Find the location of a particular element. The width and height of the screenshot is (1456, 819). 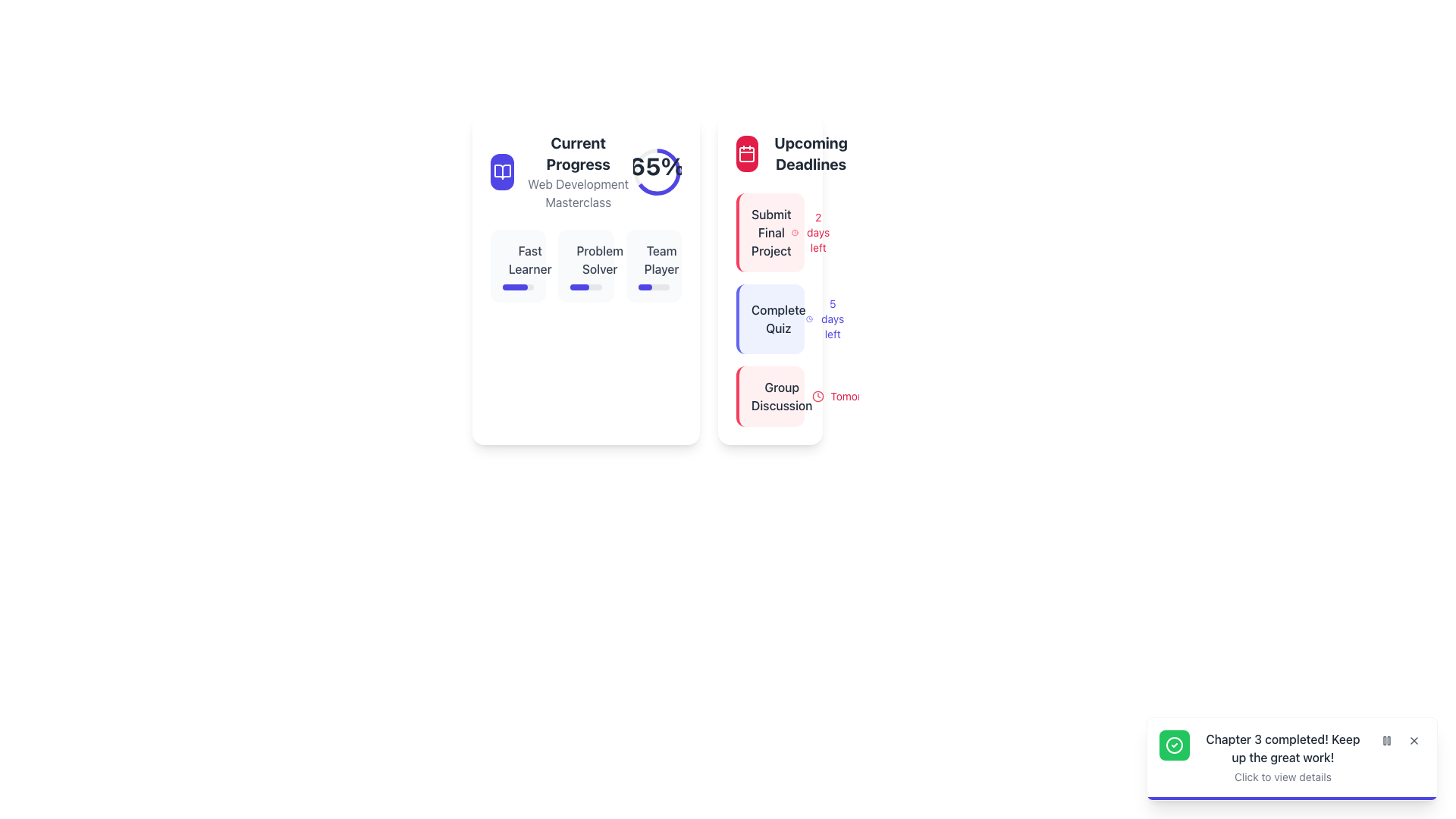

the clock icon representing time, located in the 'Upcoming Deadlines' section, adjacent to the text '2 days left' is located at coordinates (794, 233).